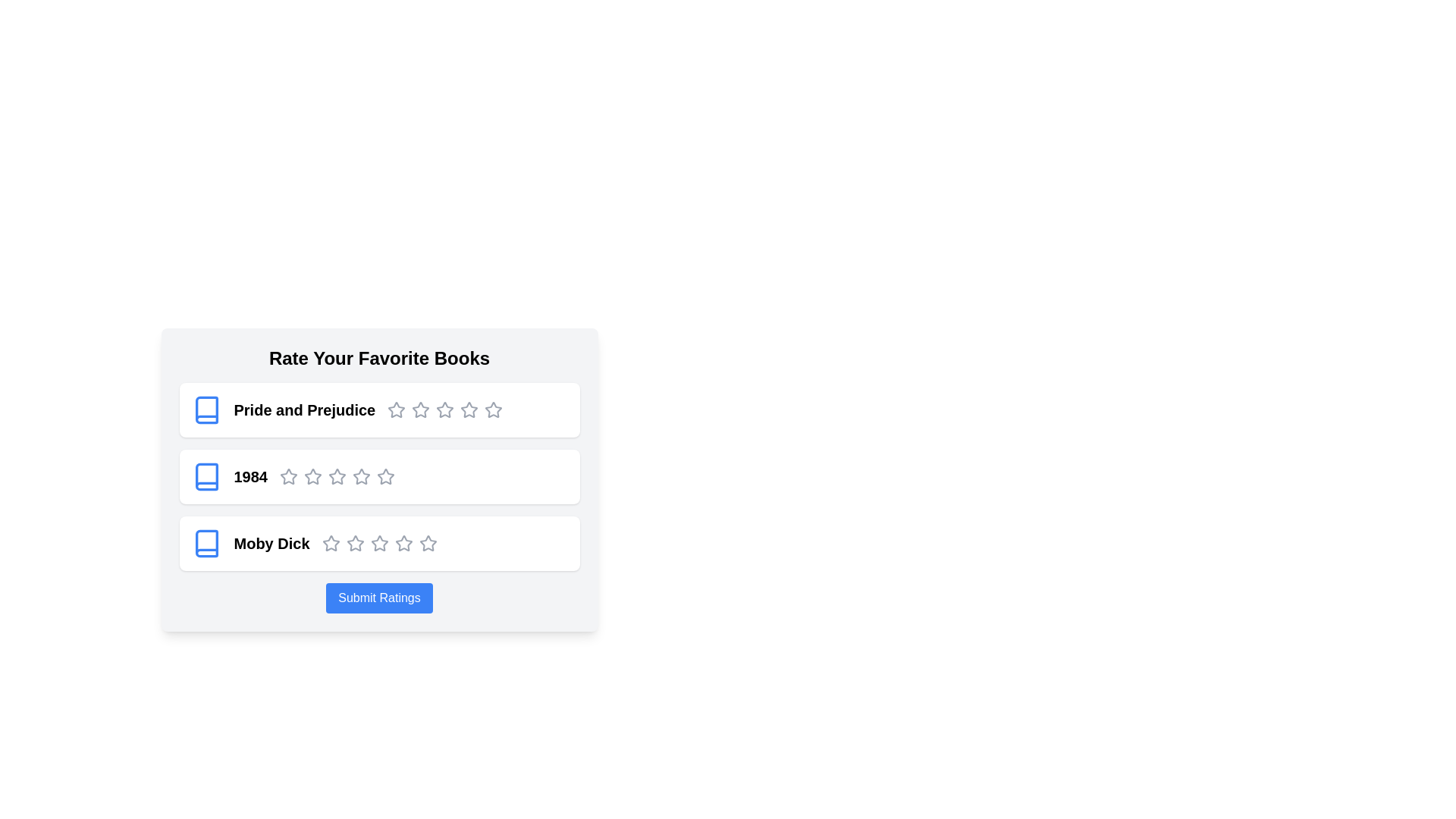  What do you see at coordinates (397, 409) in the screenshot?
I see `the star icons for the book 'Pride and Prejudice' to indicate their interactivity` at bounding box center [397, 409].